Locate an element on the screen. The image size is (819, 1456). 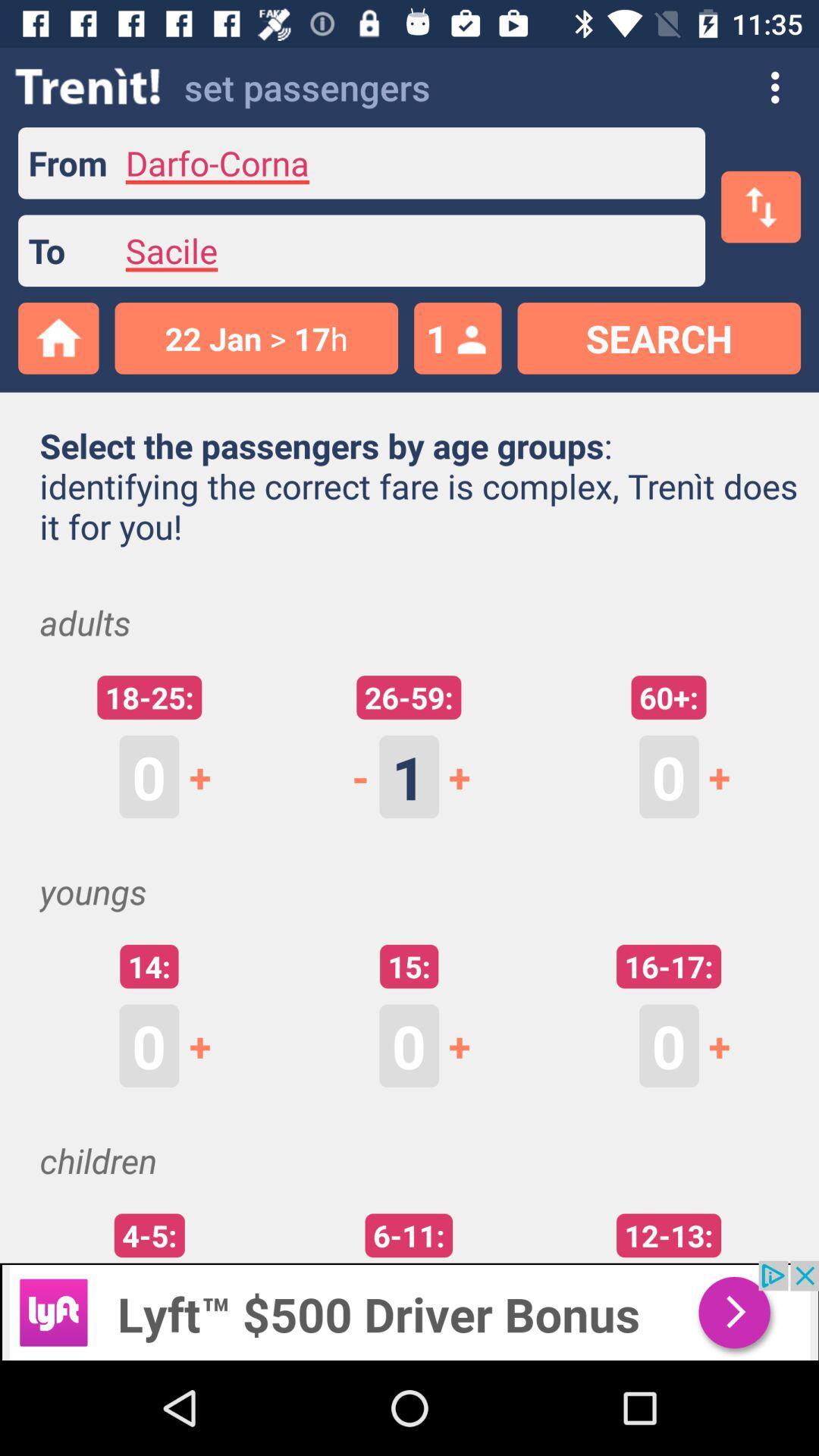
the add icon next to the number 1 is located at coordinates (468, 777).